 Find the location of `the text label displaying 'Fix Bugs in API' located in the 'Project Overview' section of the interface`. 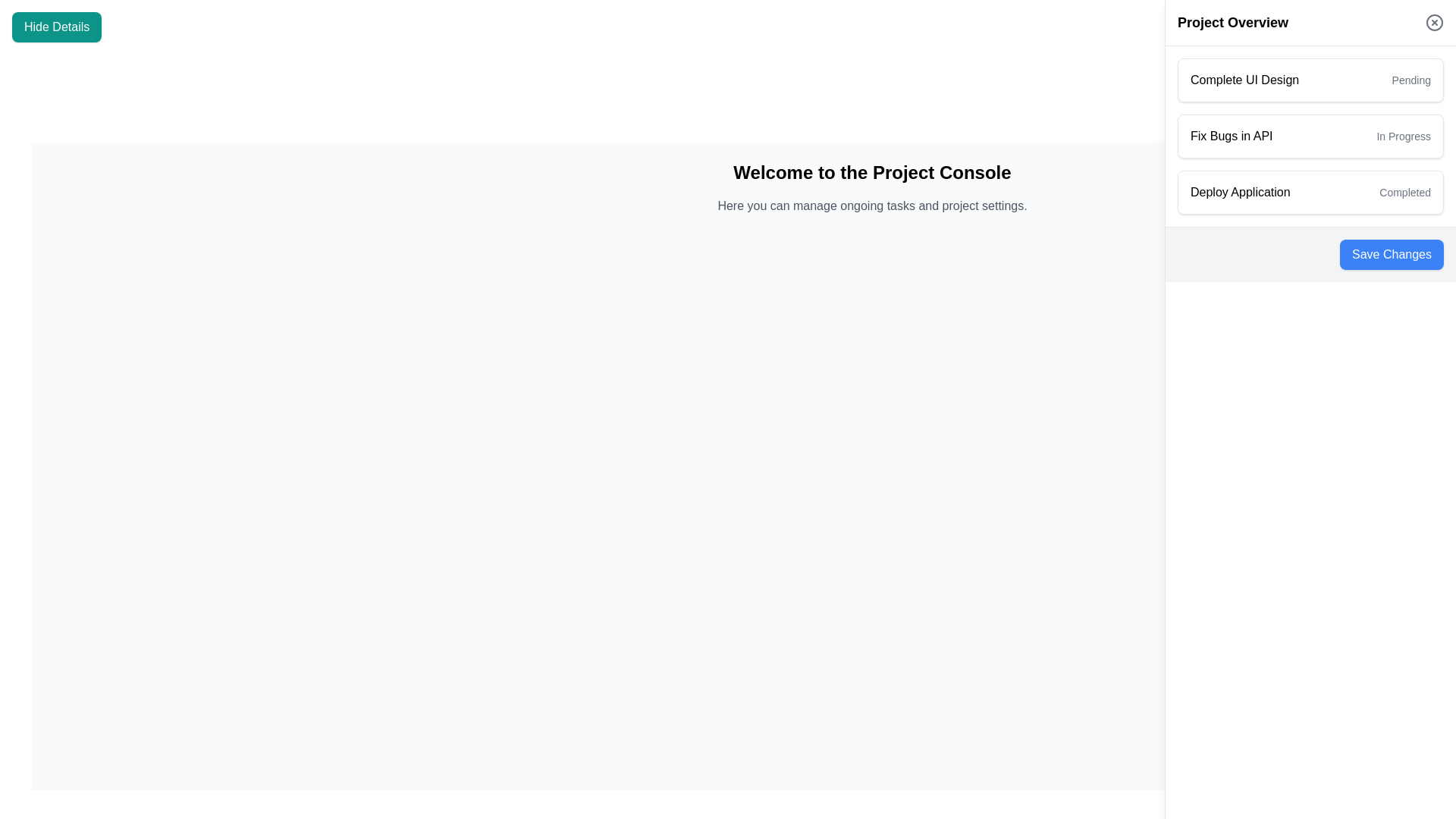

the text label displaying 'Fix Bugs in API' located in the 'Project Overview' section of the interface is located at coordinates (1232, 136).